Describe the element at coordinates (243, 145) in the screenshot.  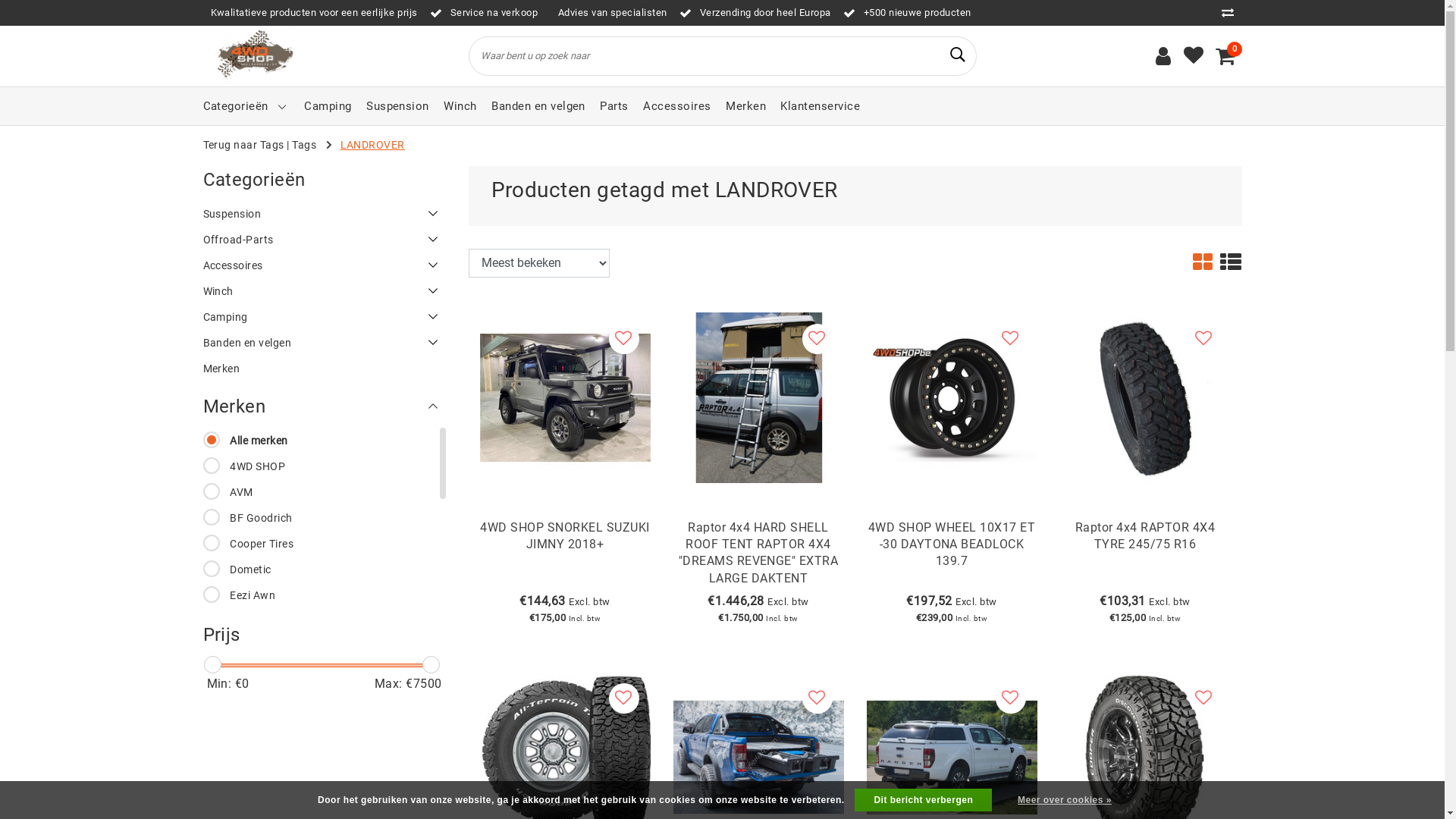
I see `'Terug naar Tags'` at that location.